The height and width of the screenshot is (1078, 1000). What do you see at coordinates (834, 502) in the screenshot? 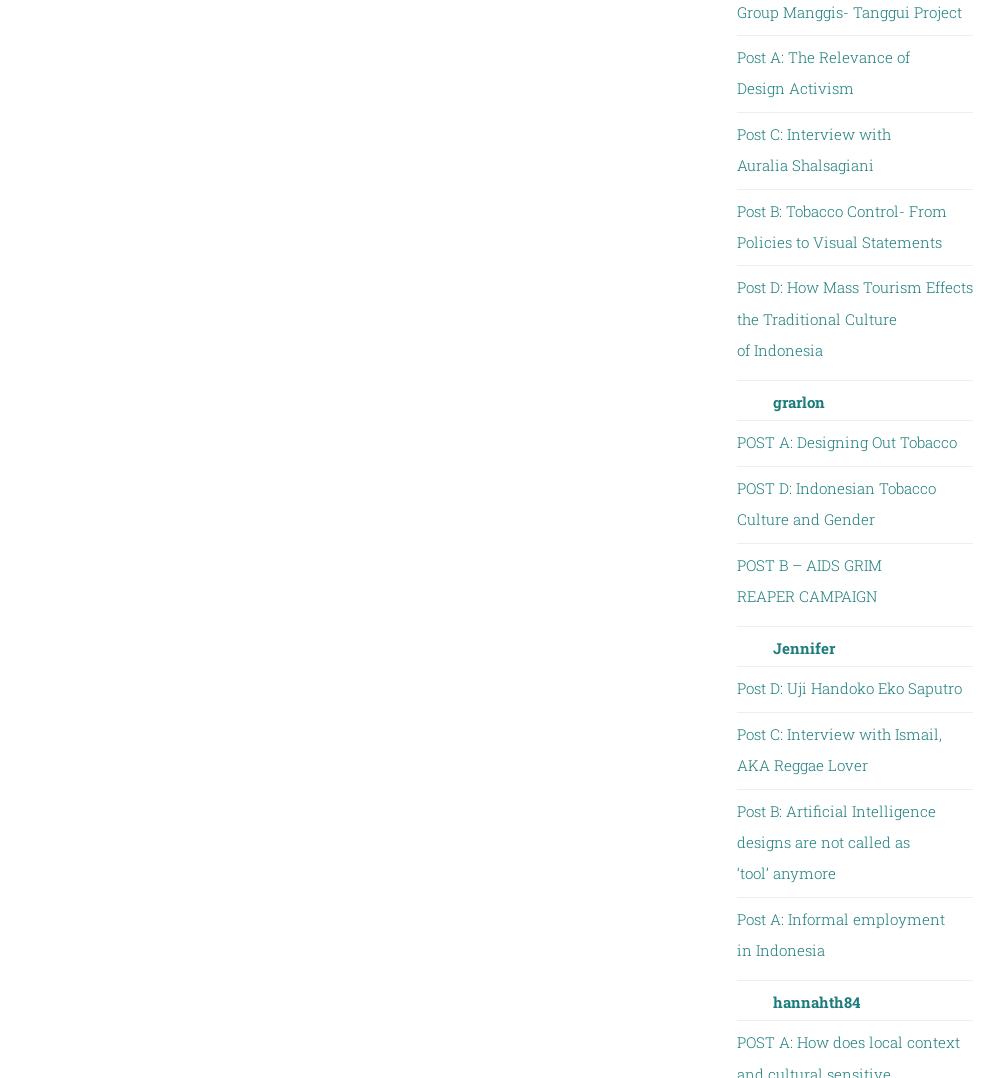
I see `'POST D: Indonesian Tobacco Culture and Gender'` at bounding box center [834, 502].